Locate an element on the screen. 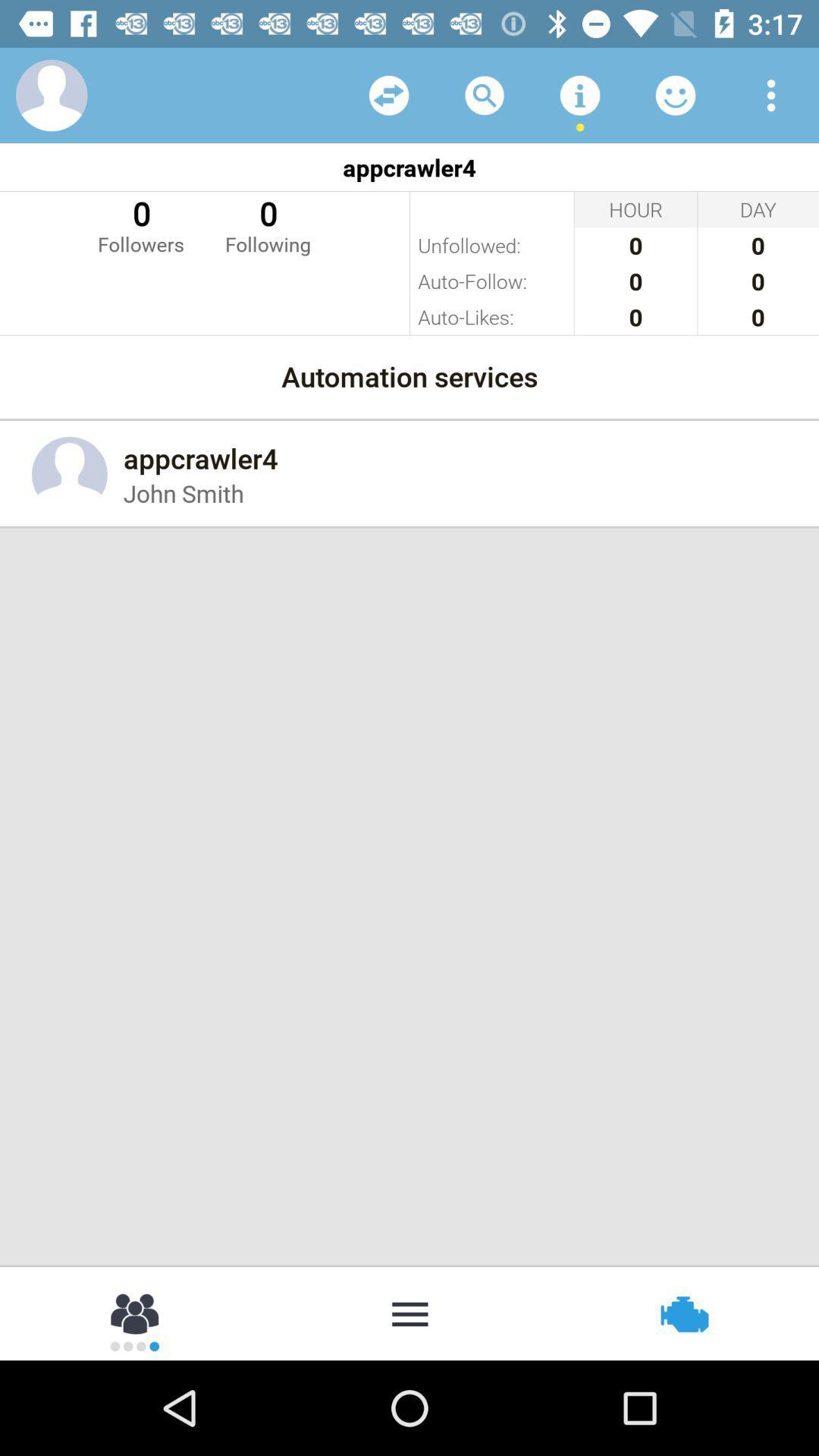 The height and width of the screenshot is (1456, 819). 0 is located at coordinates (140, 224).